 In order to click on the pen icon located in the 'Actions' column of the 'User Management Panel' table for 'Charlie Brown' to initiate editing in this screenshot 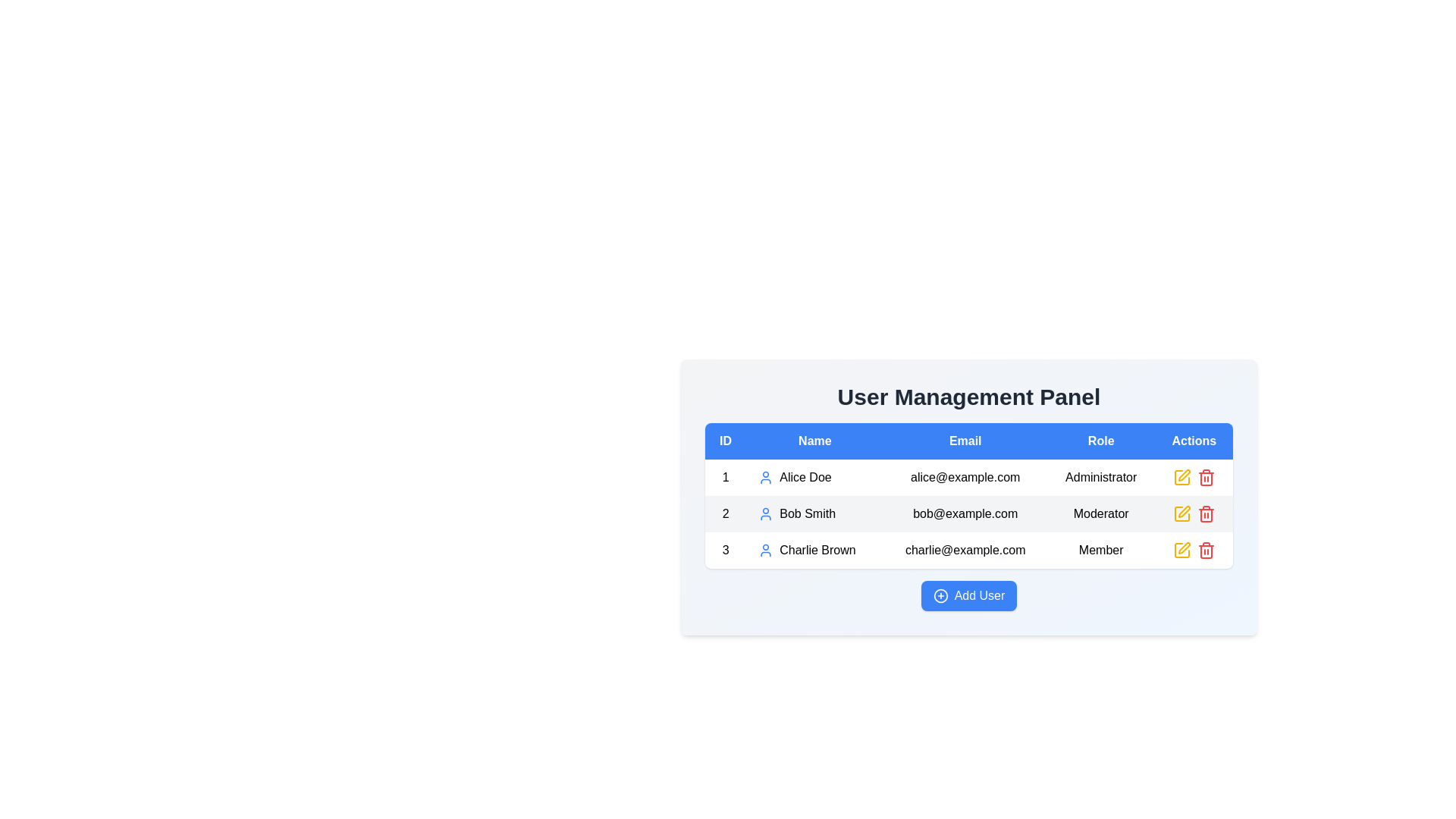, I will do `click(1183, 548)`.